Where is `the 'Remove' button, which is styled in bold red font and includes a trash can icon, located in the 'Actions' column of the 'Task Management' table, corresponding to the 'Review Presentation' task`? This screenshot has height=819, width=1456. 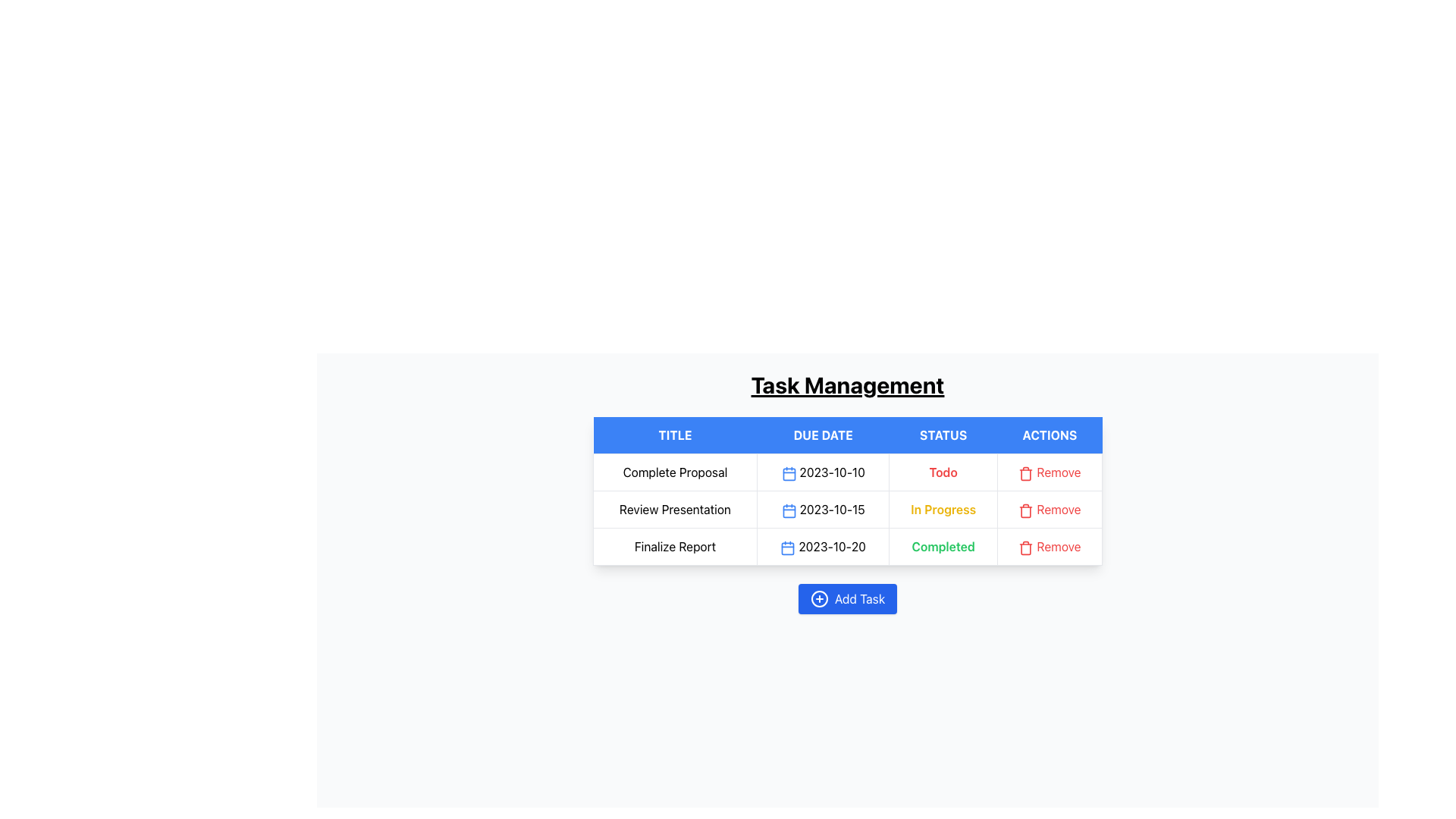
the 'Remove' button, which is styled in bold red font and includes a trash can icon, located in the 'Actions' column of the 'Task Management' table, corresponding to the 'Review Presentation' task is located at coordinates (1049, 509).